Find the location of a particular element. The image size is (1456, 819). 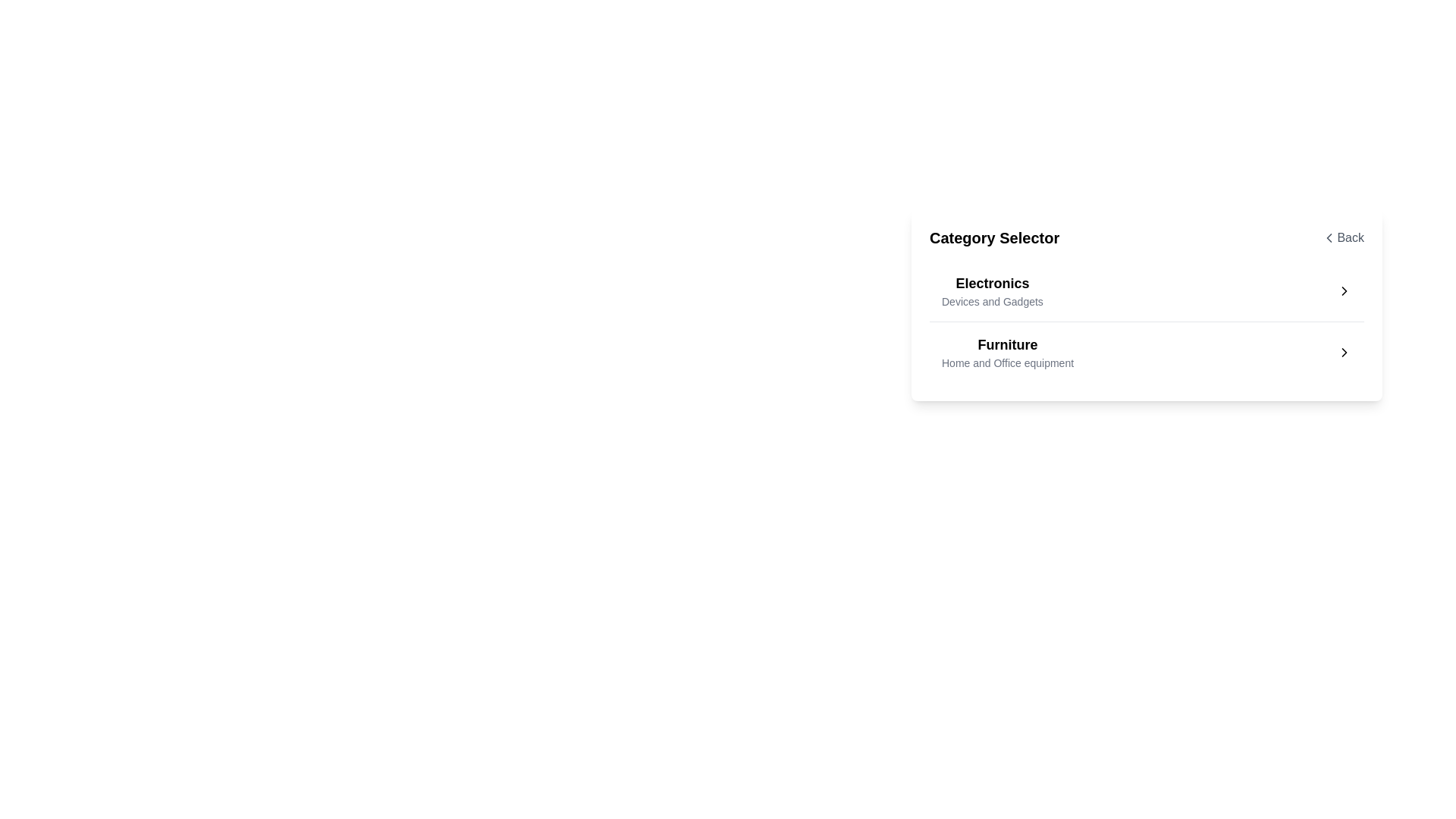

the chevron icon located in the far-right part of the 'Furniture' row in the 'Category Selector' panel is located at coordinates (1344, 353).